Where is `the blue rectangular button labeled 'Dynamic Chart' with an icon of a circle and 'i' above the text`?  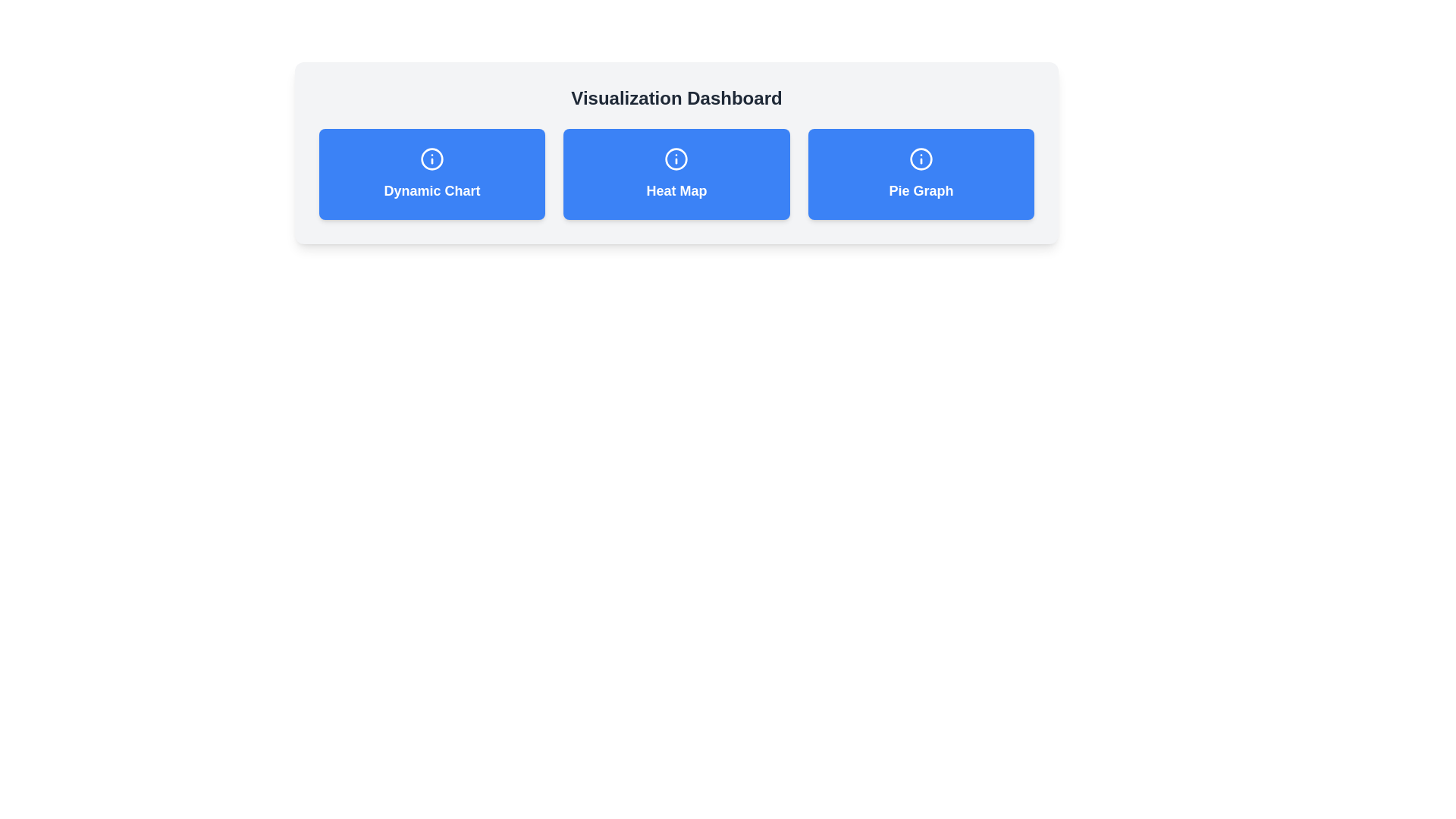
the blue rectangular button labeled 'Dynamic Chart' with an icon of a circle and 'i' above the text is located at coordinates (431, 174).